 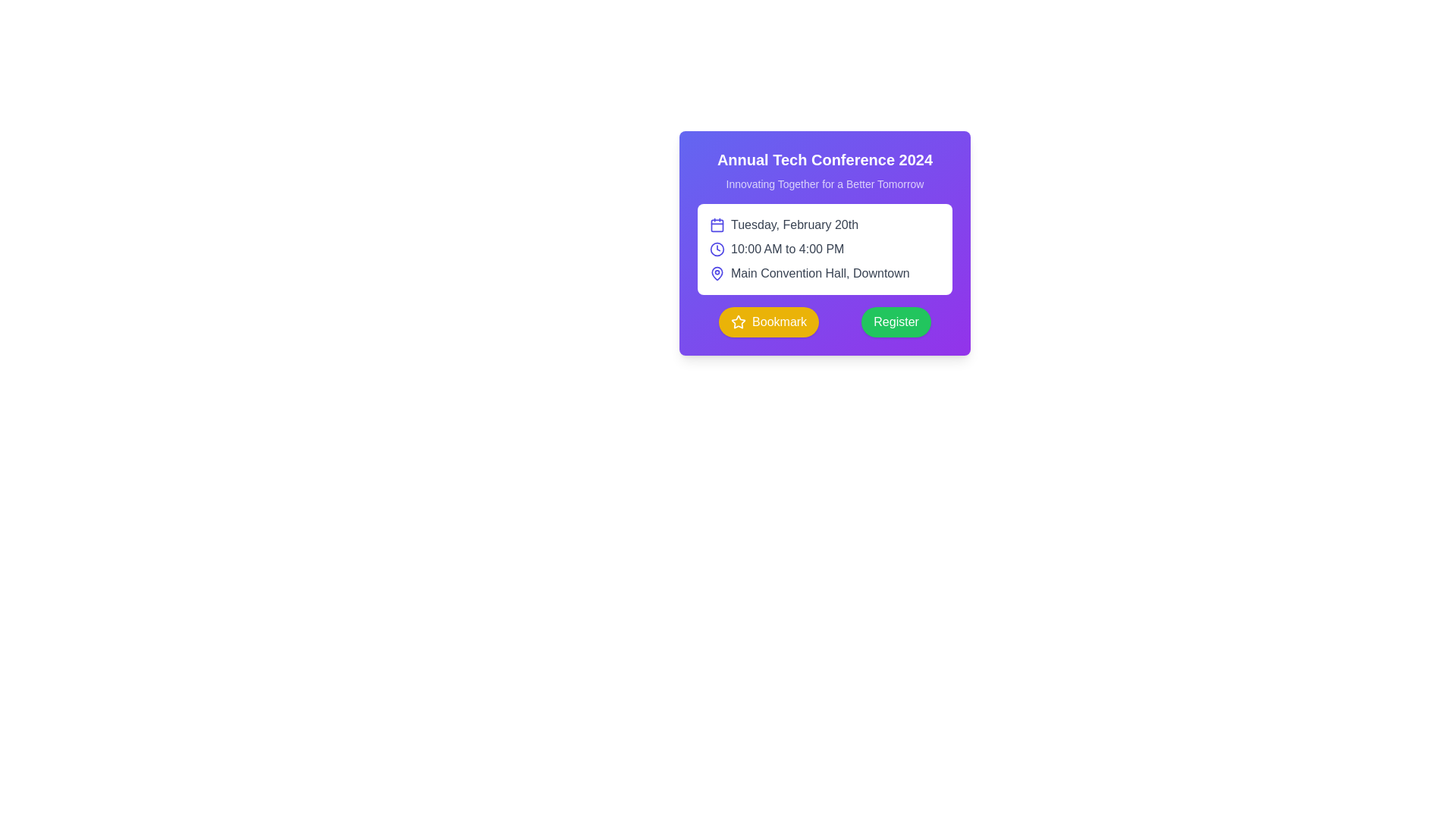 I want to click on the rounded yellow 'Bookmark' button with white text and star icon, located to the left of the 'Register' button in the 'Annual Tech Conference 2024' section, so click(x=769, y=321).